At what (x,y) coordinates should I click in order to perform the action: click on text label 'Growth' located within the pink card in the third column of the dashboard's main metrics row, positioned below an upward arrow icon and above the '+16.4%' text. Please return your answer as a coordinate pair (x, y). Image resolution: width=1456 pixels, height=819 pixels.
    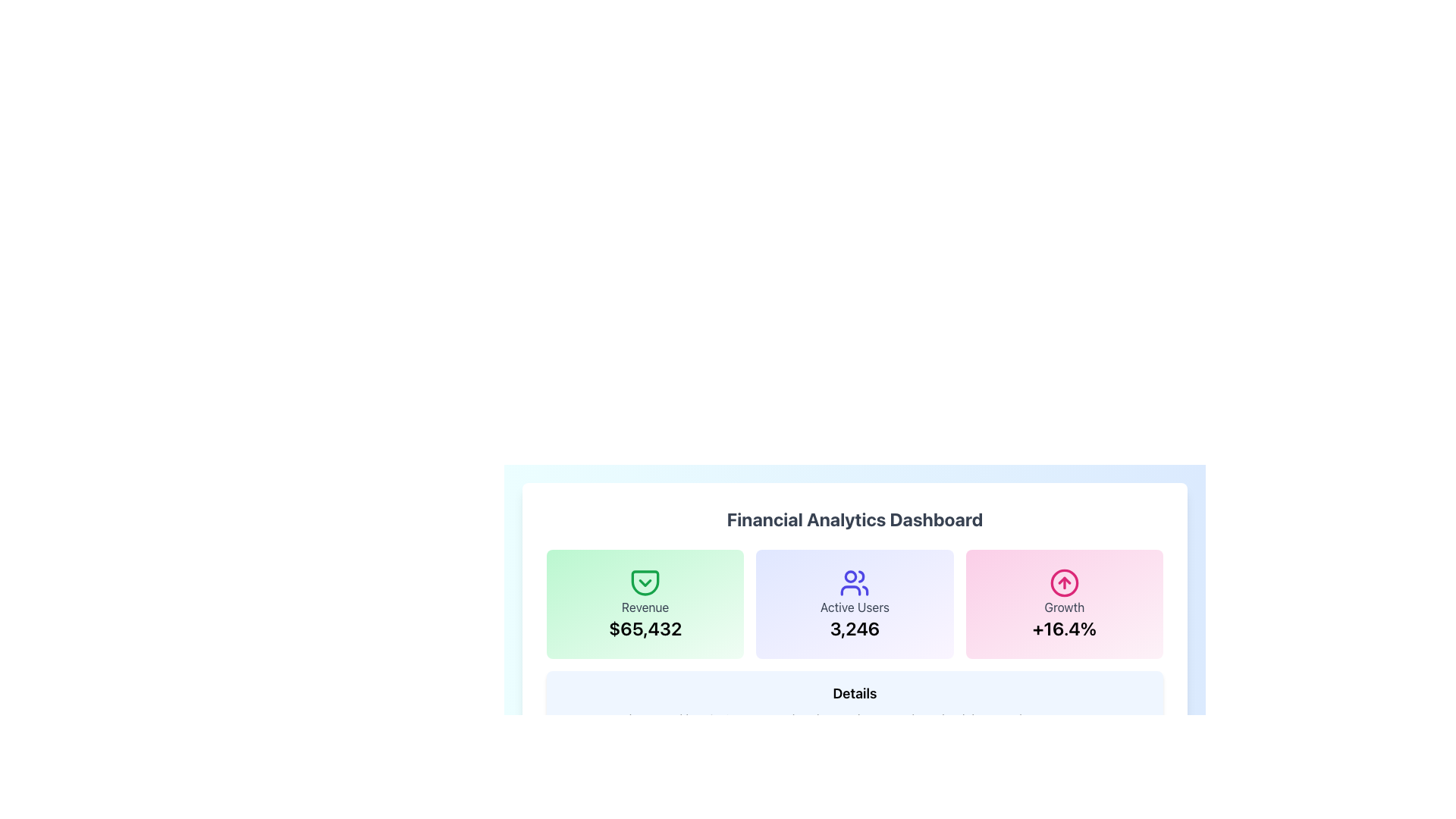
    Looking at the image, I should click on (1063, 607).